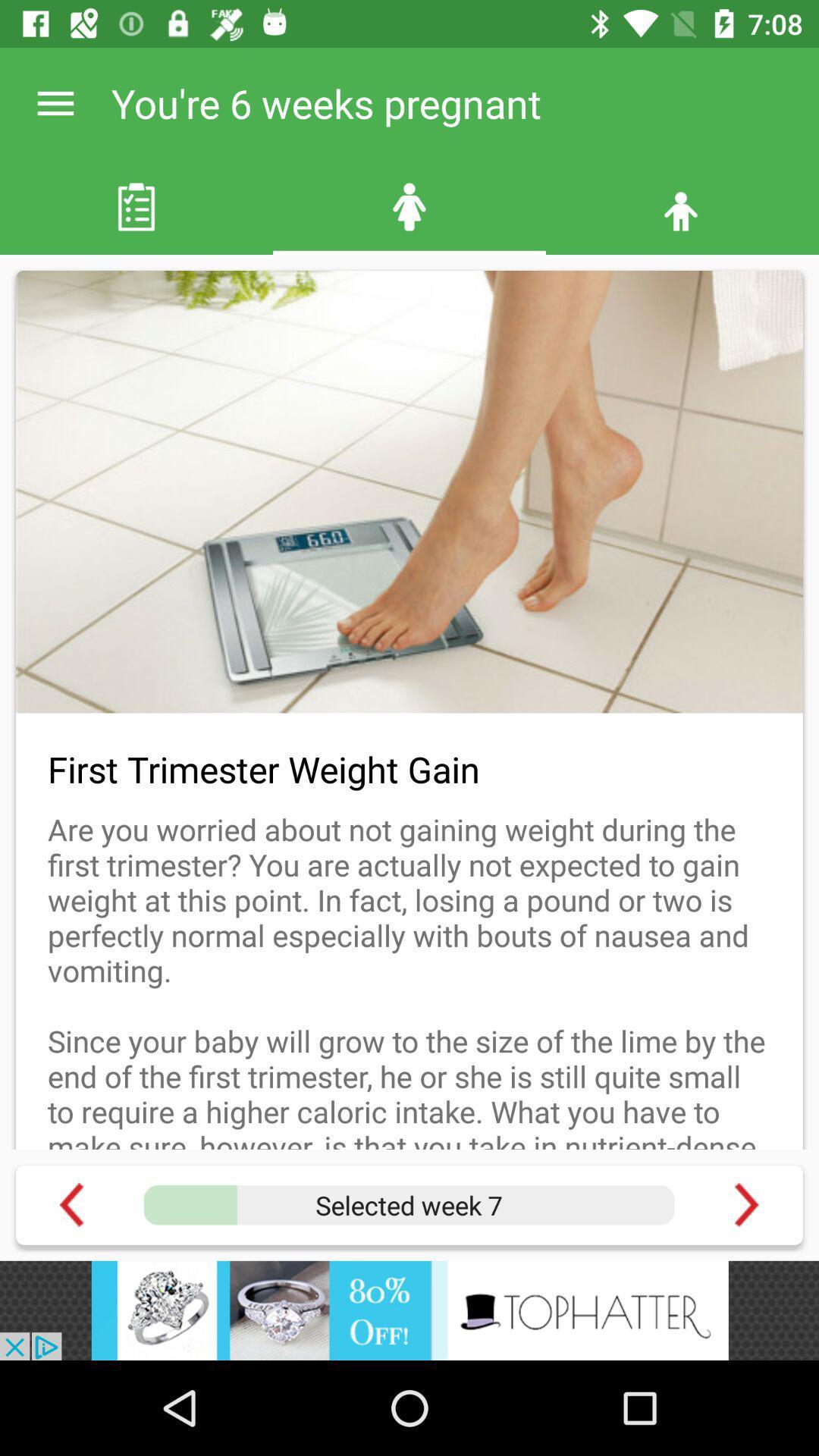 Image resolution: width=819 pixels, height=1456 pixels. I want to click on next week, so click(745, 1204).